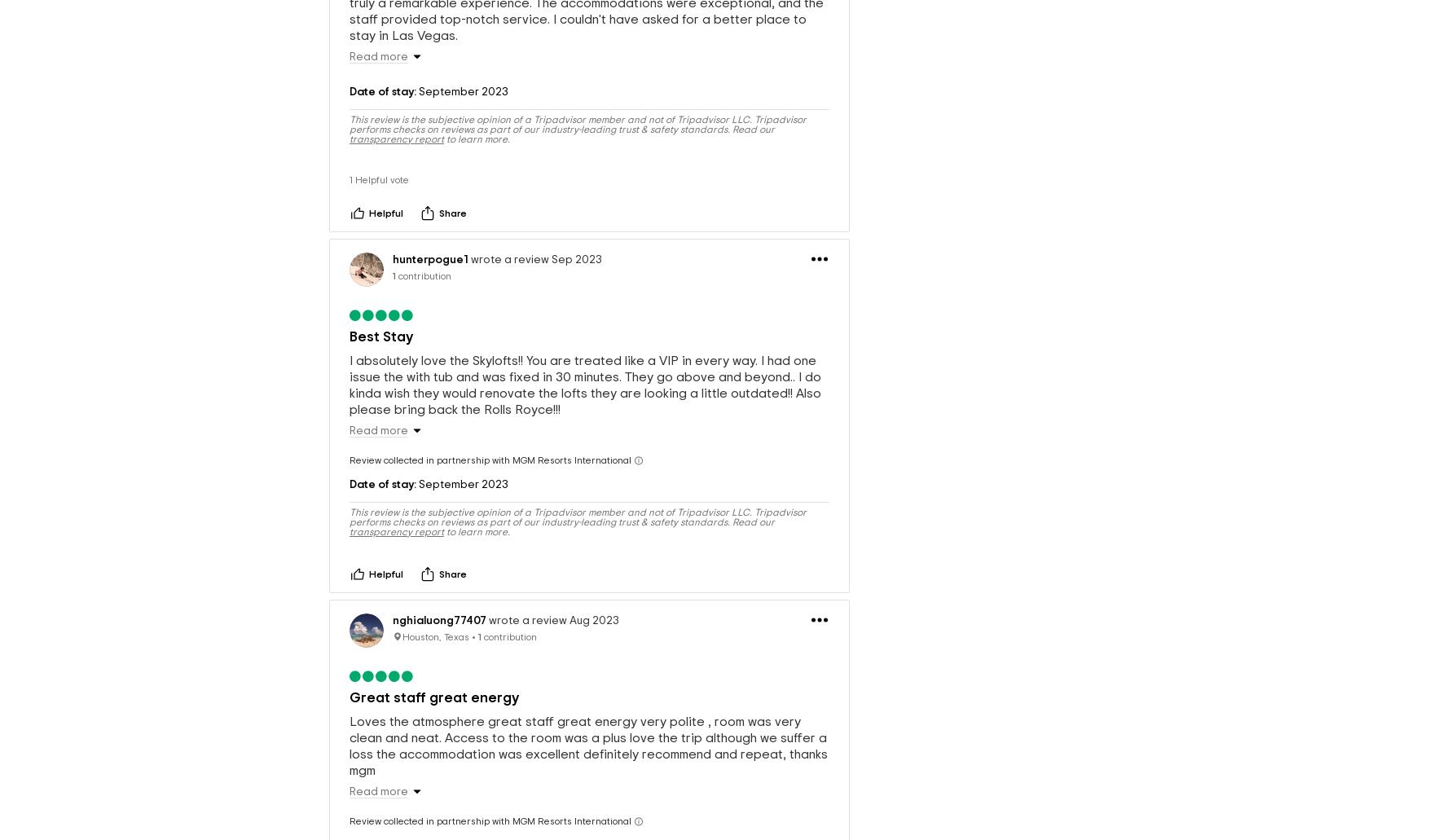 Image resolution: width=1447 pixels, height=840 pixels. Describe the element at coordinates (380, 309) in the screenshot. I see `'Best Stay'` at that location.